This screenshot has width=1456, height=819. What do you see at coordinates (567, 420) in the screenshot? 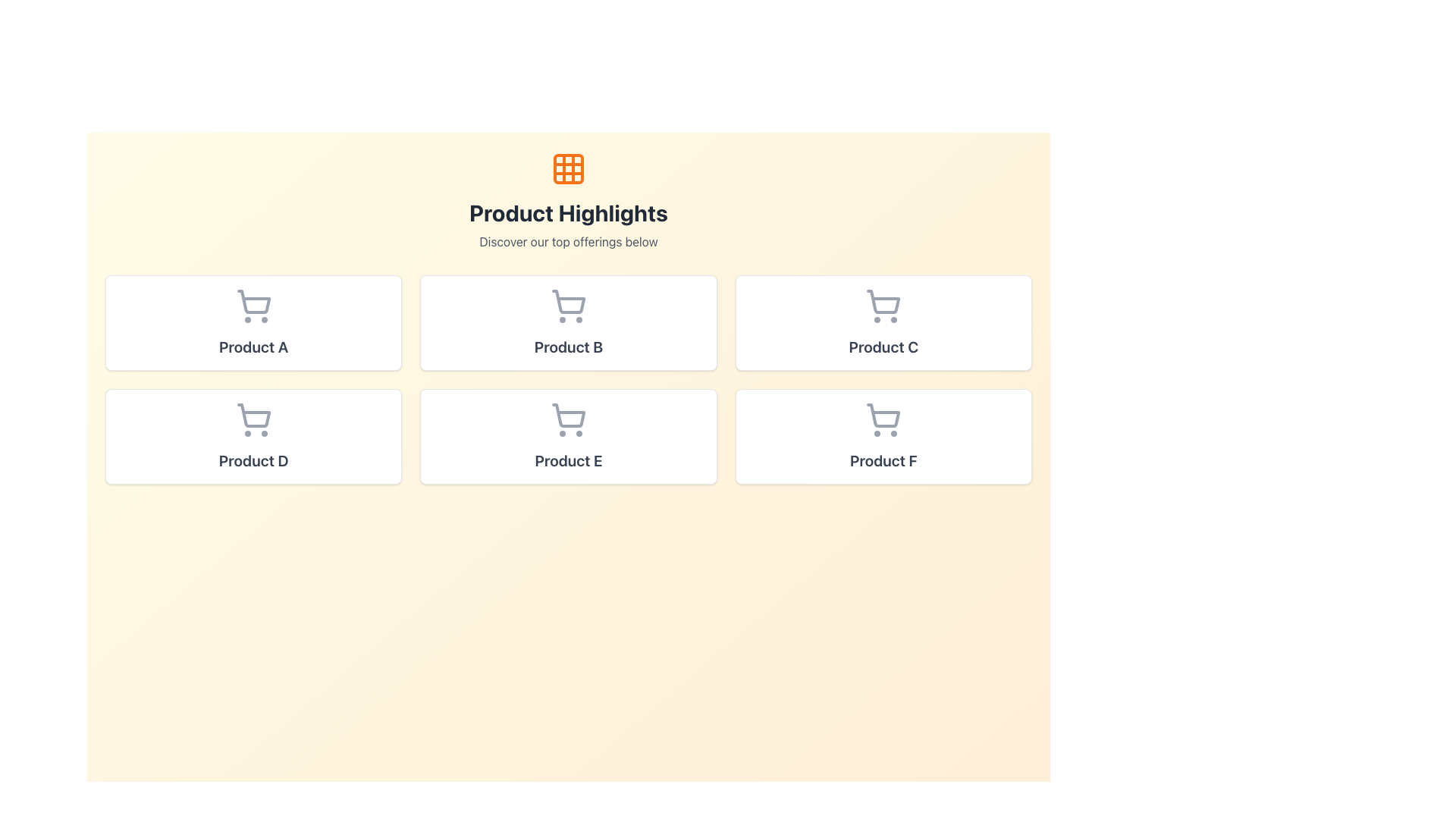
I see `the shopping cart icon representing the purchase functionality for 'Product E', located in the card of 'Product E' in the grid layout` at bounding box center [567, 420].